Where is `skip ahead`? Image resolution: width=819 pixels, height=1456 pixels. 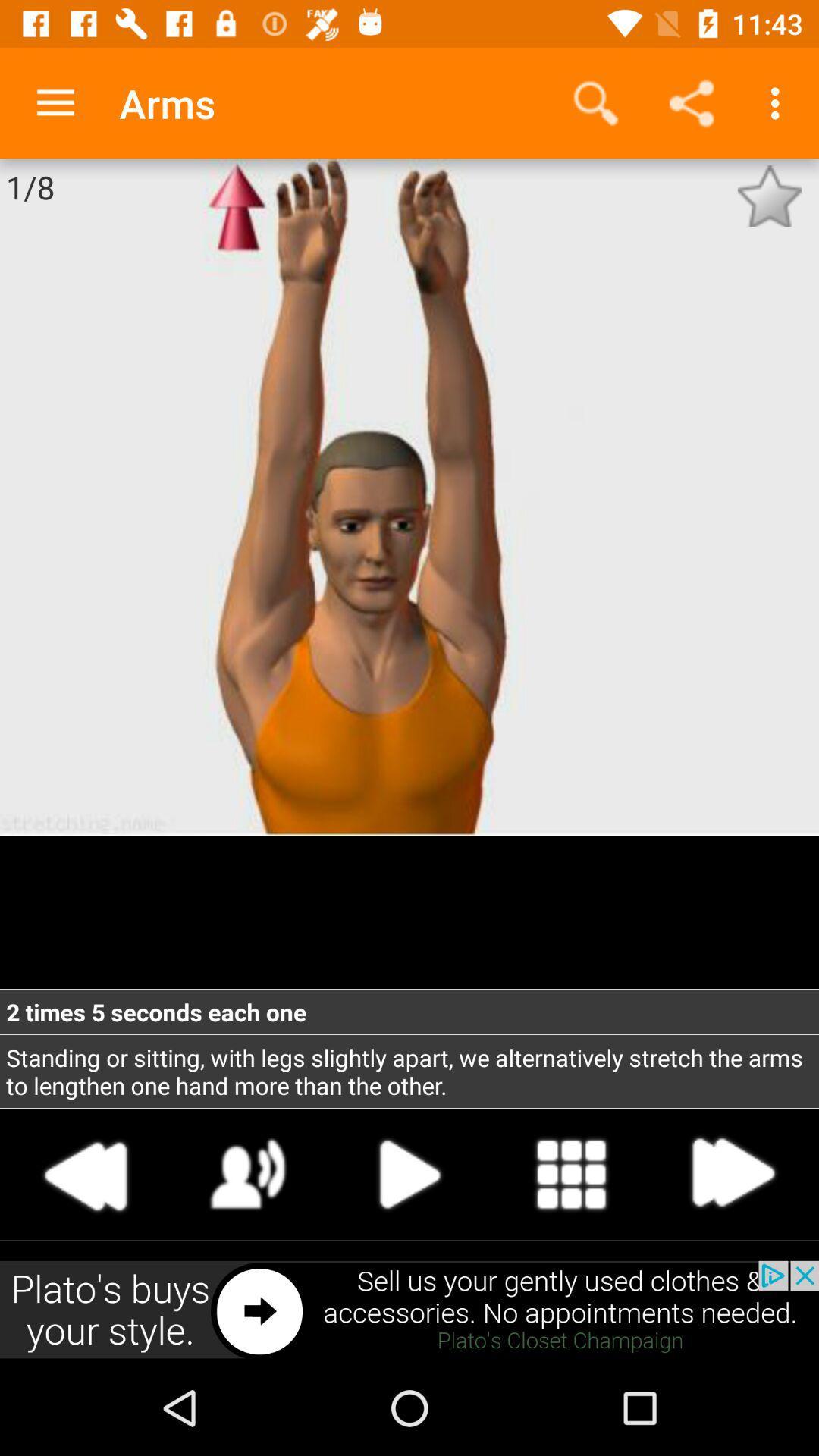 skip ahead is located at coordinates (731, 1173).